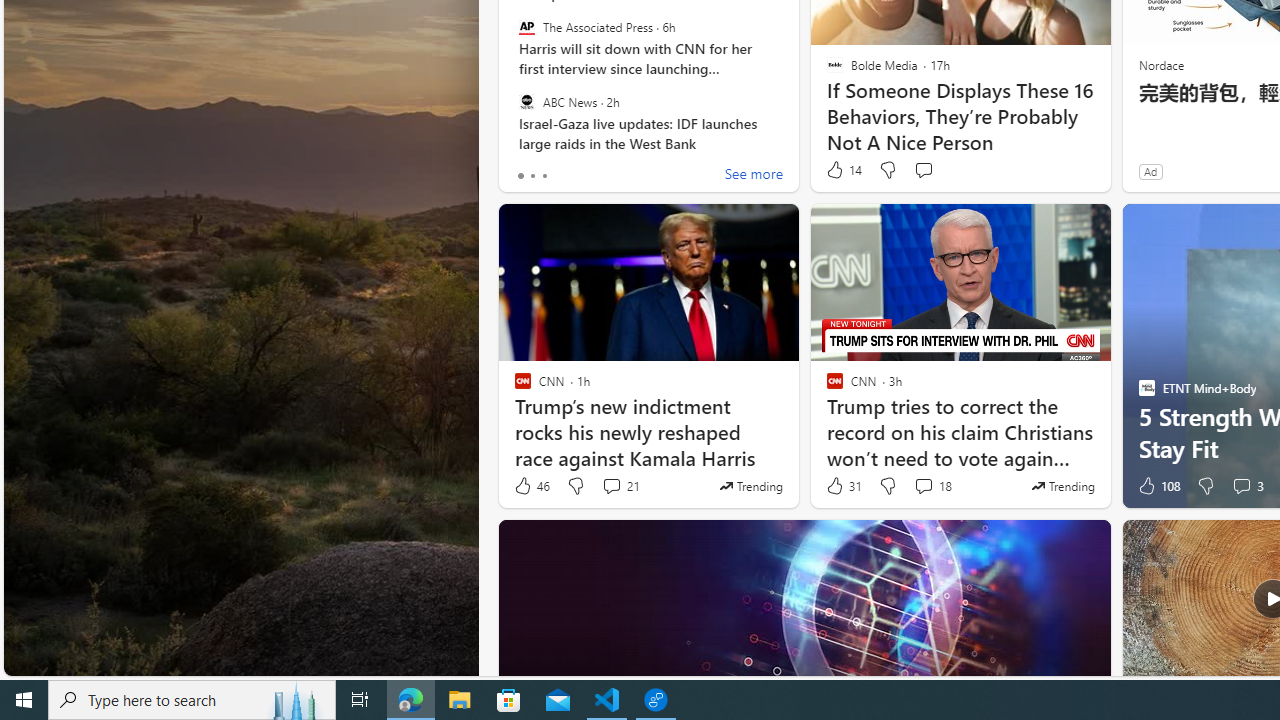  What do you see at coordinates (1157, 486) in the screenshot?
I see `'108 Like'` at bounding box center [1157, 486].